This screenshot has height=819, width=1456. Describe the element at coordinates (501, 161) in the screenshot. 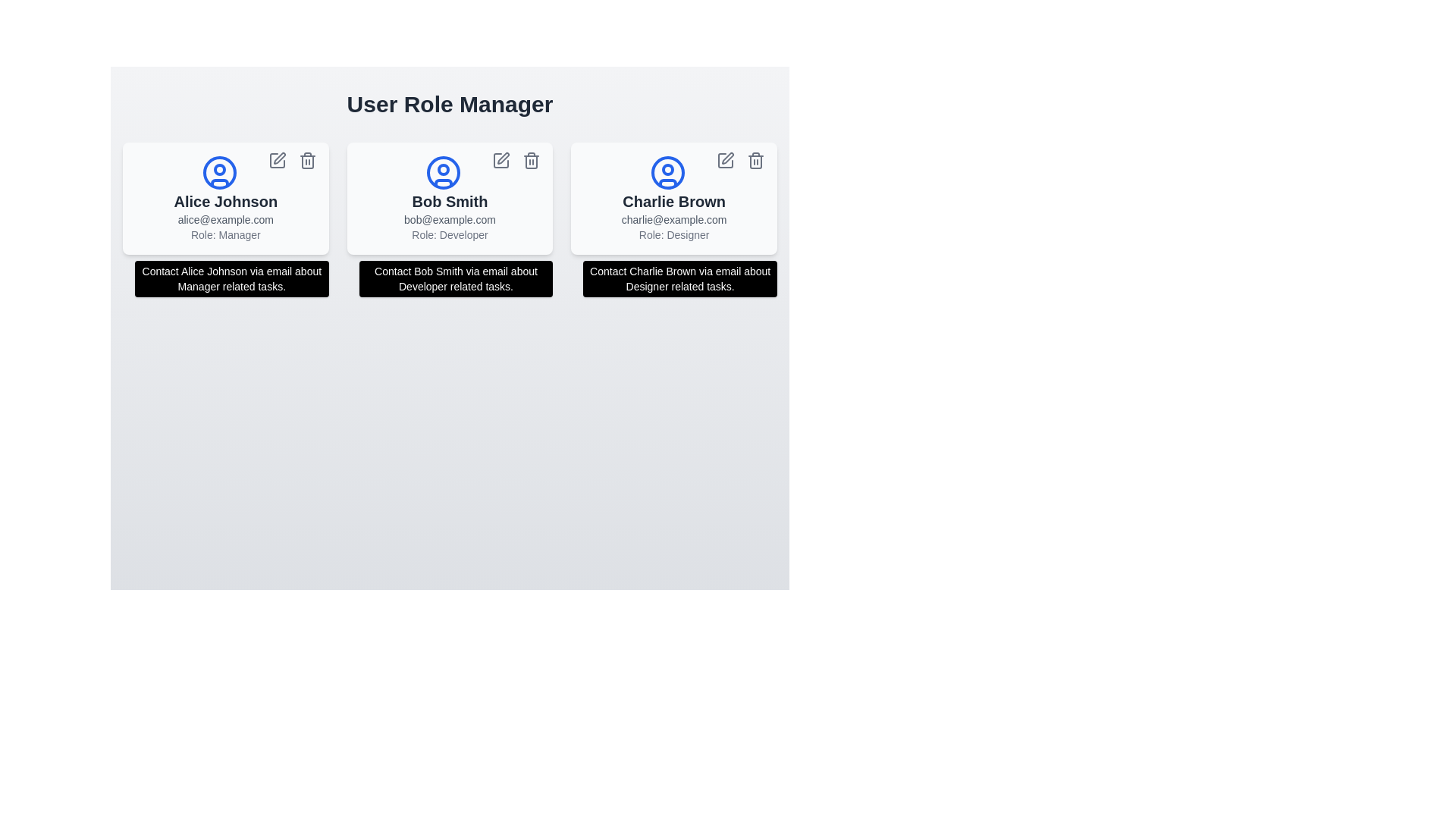

I see `the edit button icon, which is a pen icon in a square outline, located in the top-right region of the card labeled 'Bob Smith'` at that location.